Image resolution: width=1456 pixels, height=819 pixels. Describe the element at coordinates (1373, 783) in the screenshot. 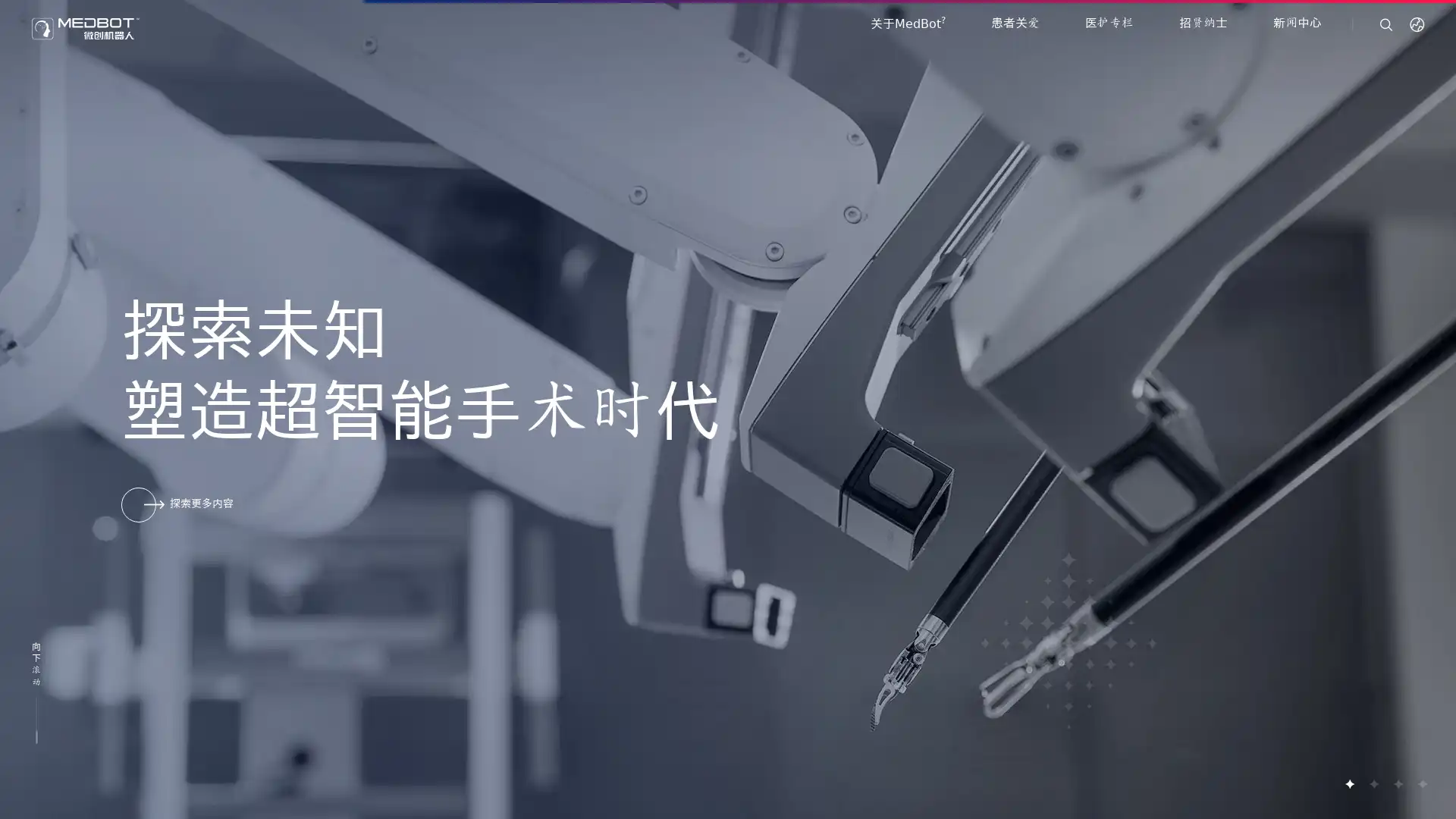

I see `Go to slide 2` at that location.